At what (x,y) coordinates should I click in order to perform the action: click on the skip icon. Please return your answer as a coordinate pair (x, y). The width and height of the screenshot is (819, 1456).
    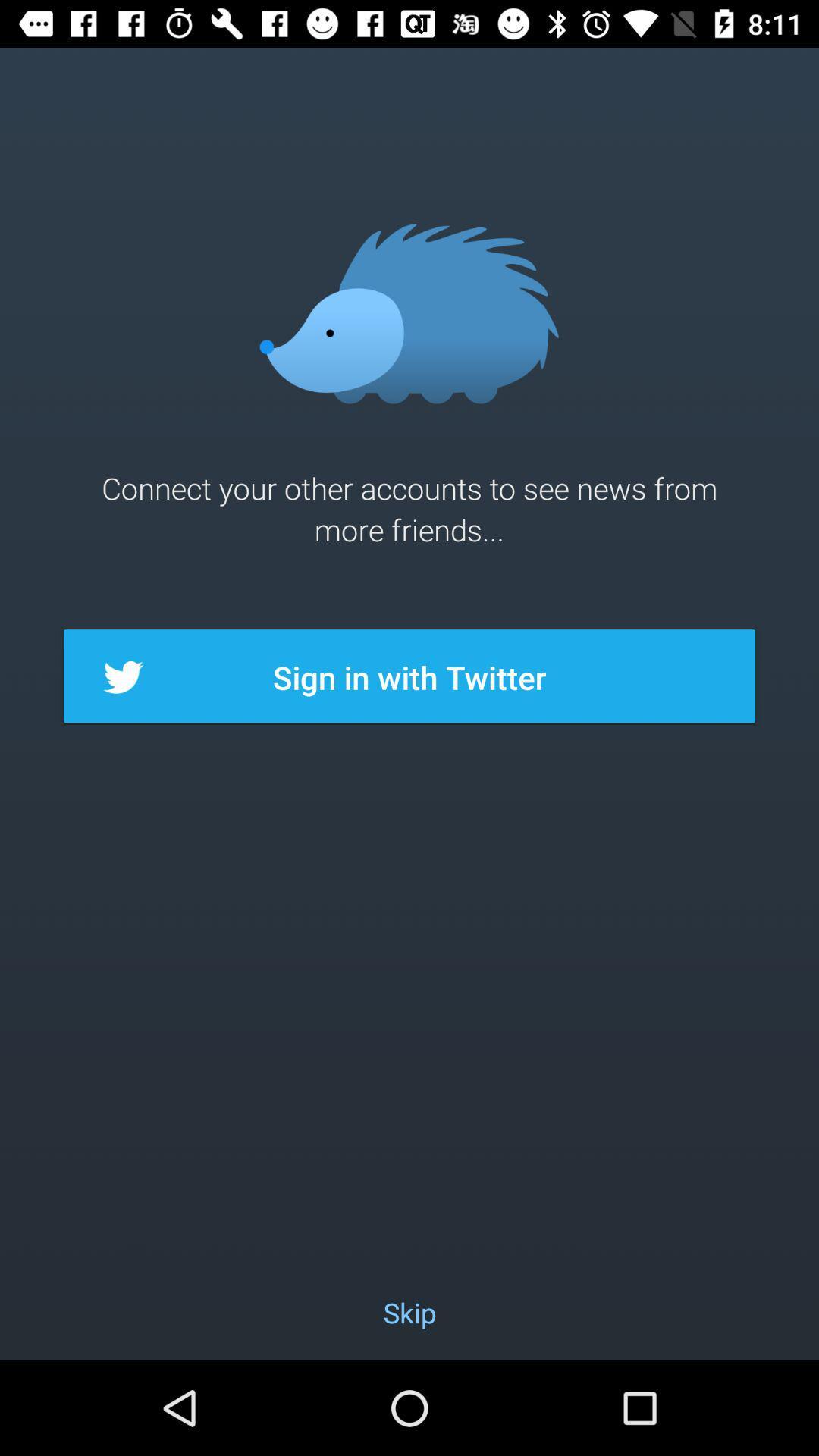
    Looking at the image, I should click on (409, 1312).